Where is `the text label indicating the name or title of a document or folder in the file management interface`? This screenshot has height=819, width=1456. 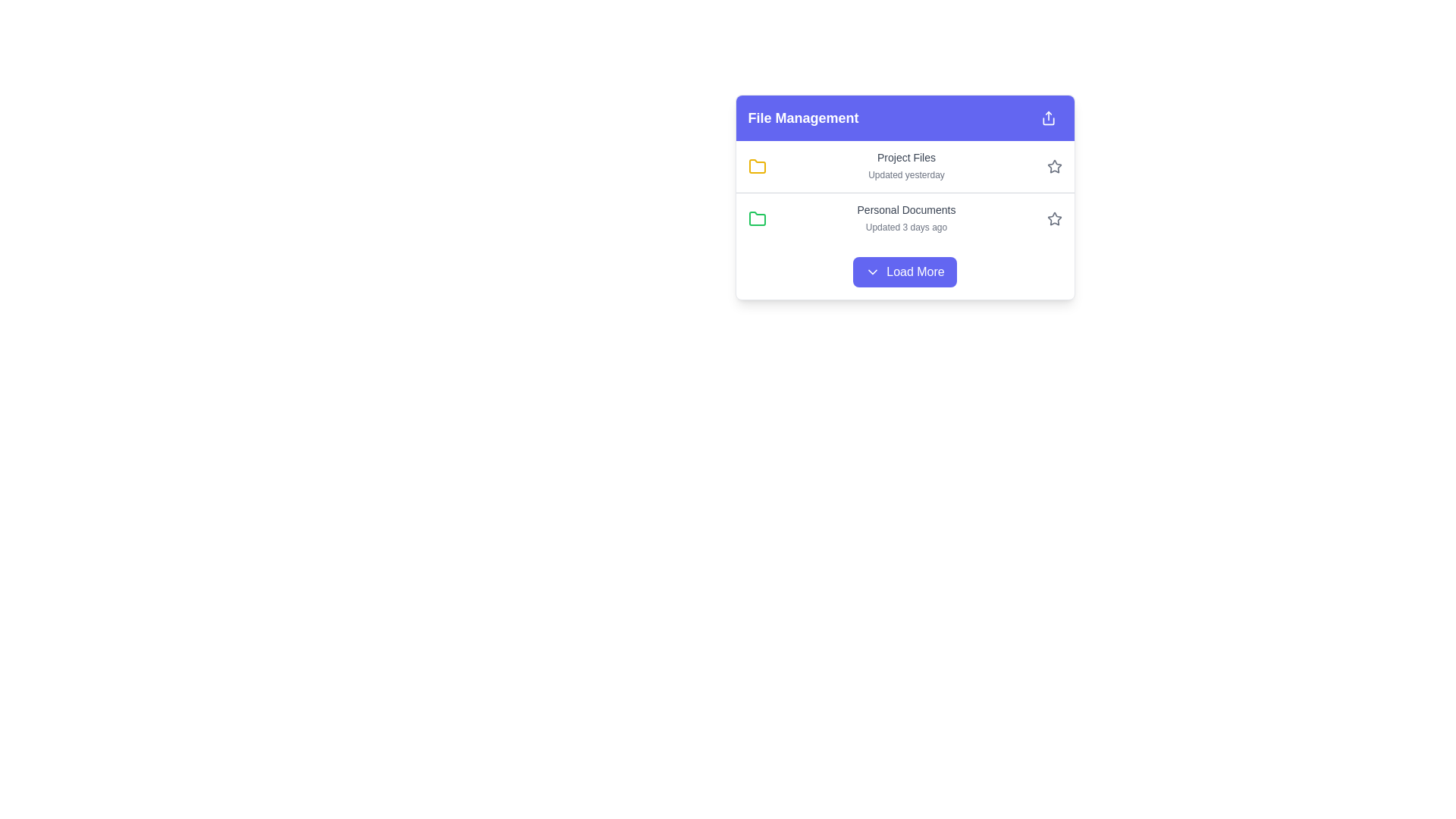 the text label indicating the name or title of a document or folder in the file management interface is located at coordinates (906, 158).